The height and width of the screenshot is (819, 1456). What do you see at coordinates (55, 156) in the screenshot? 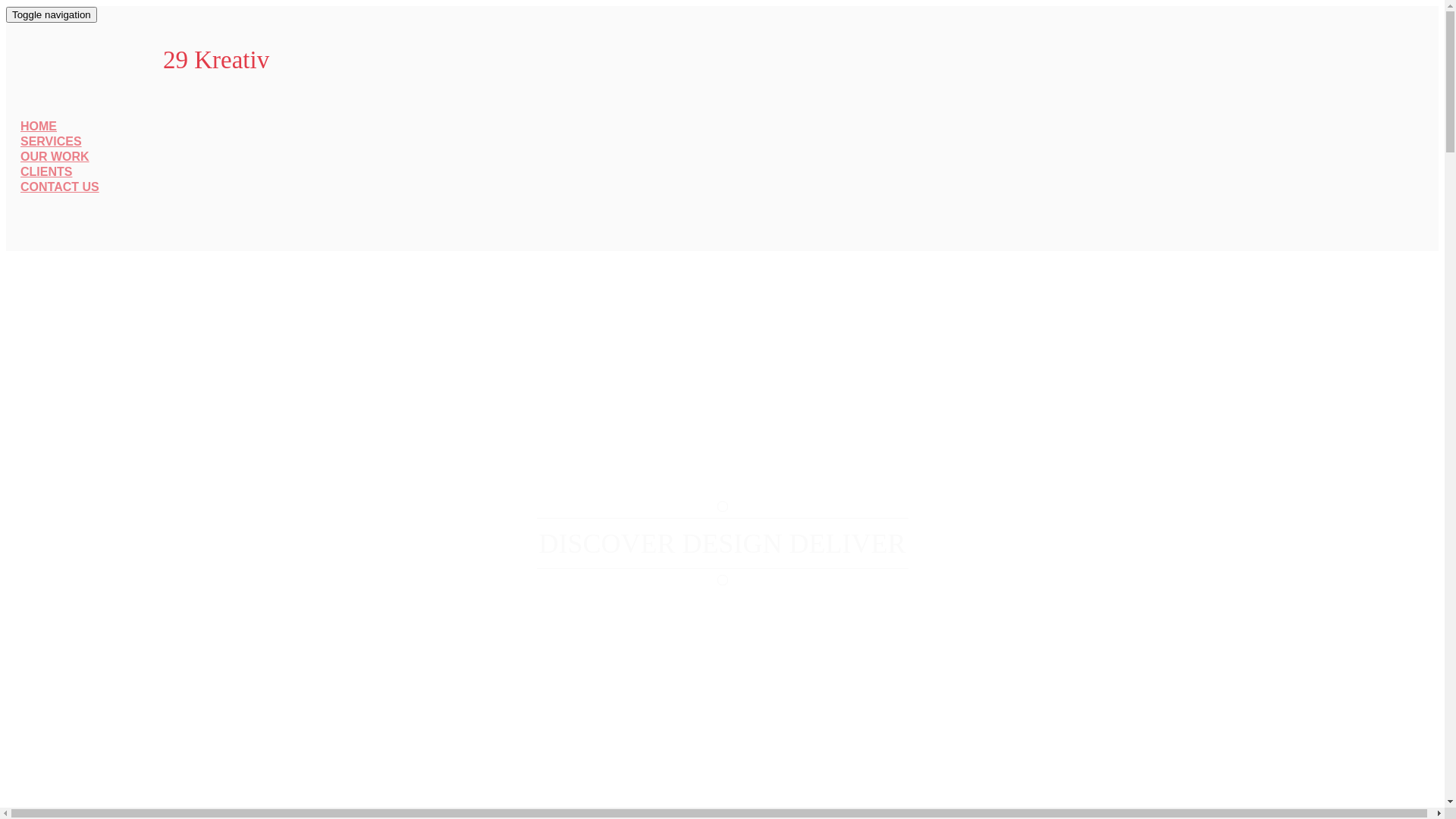
I see `'OUR WORK'` at bounding box center [55, 156].